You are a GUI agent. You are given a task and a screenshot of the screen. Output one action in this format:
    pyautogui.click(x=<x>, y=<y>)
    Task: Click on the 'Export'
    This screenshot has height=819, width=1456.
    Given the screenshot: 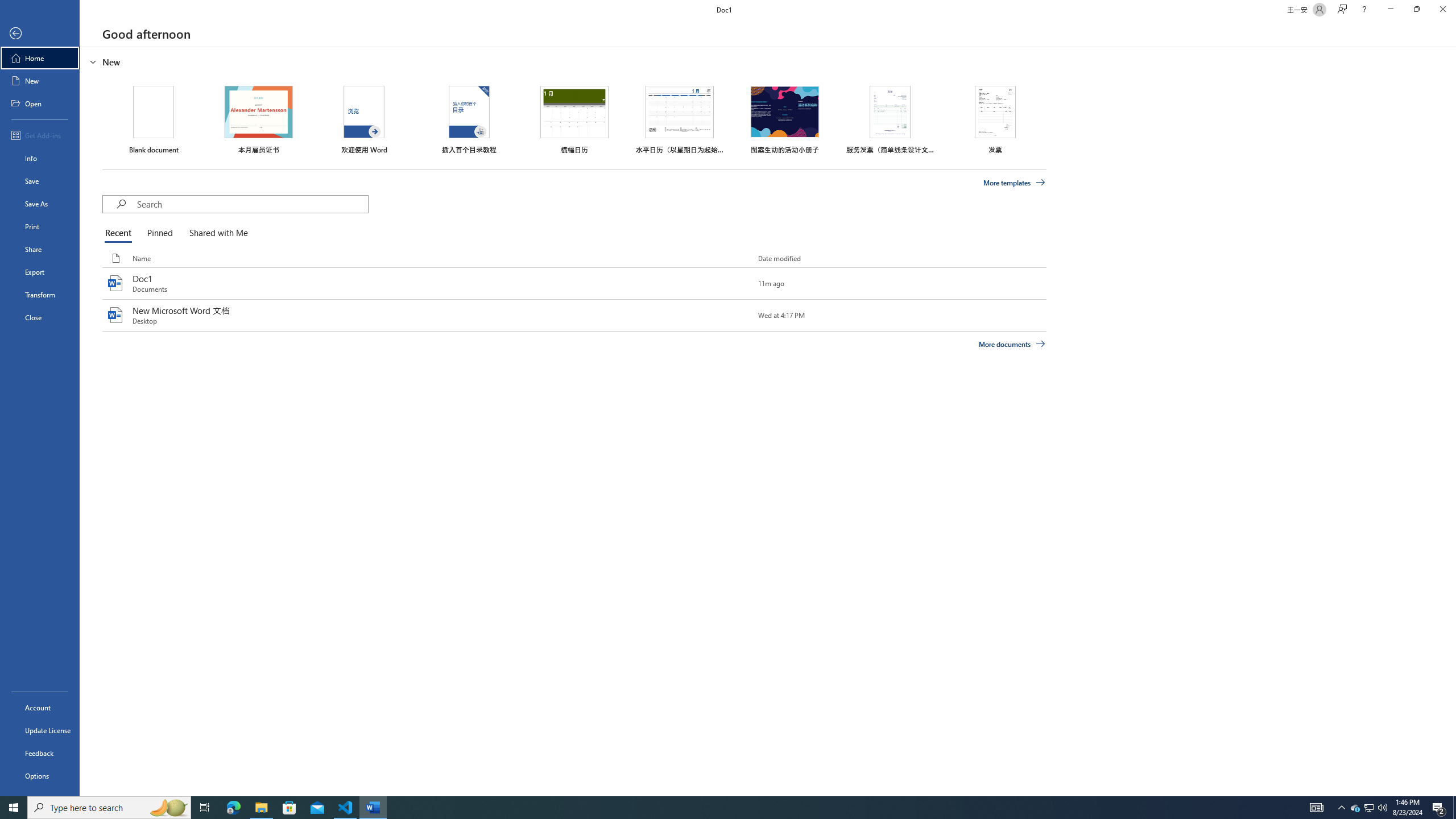 What is the action you would take?
    pyautogui.click(x=39, y=272)
    